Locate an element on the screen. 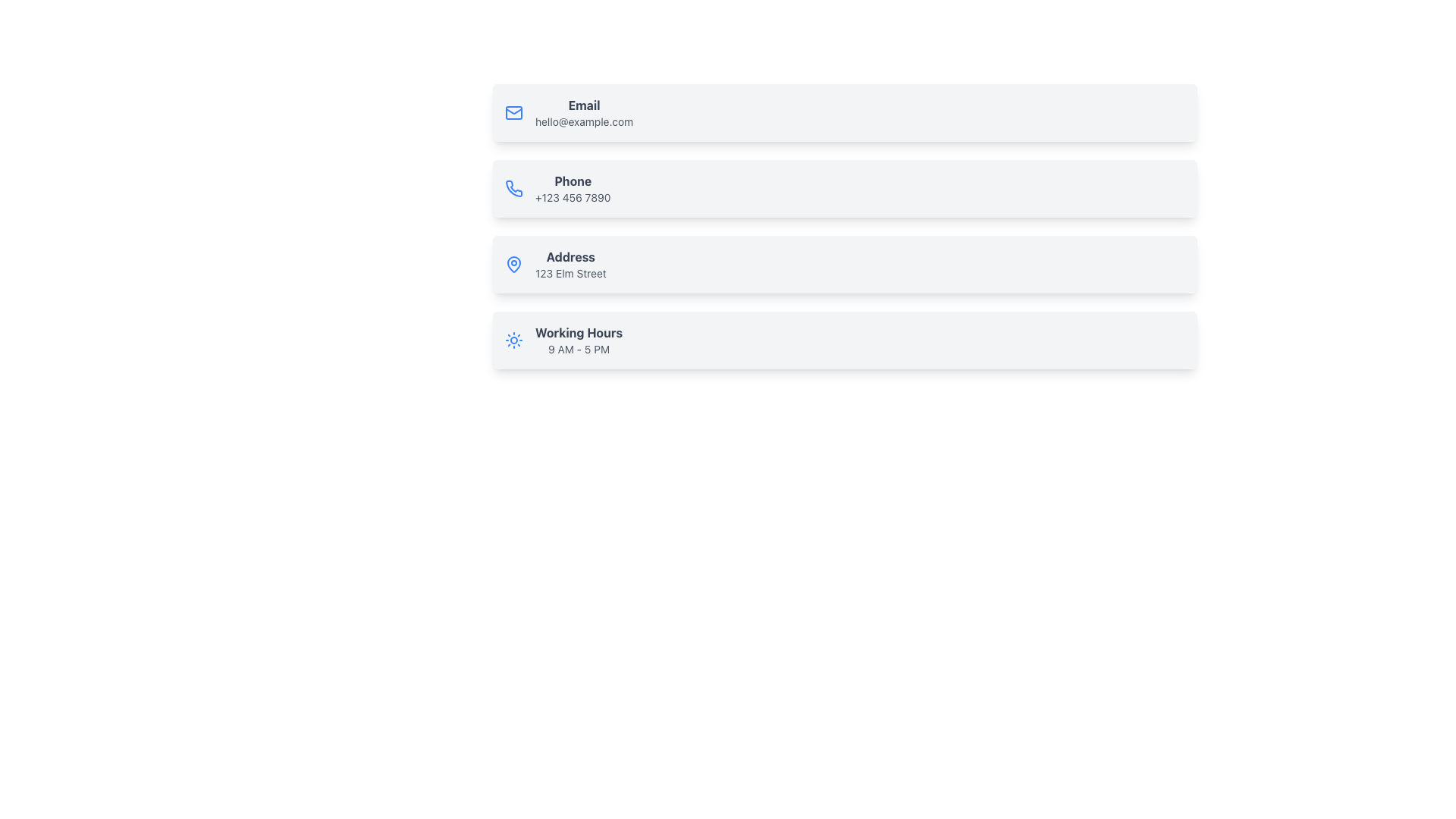 Image resolution: width=1456 pixels, height=819 pixels. the small blue vector icon depicting a phone receiver, which is the second icon from the top in the contact details list is located at coordinates (514, 187).